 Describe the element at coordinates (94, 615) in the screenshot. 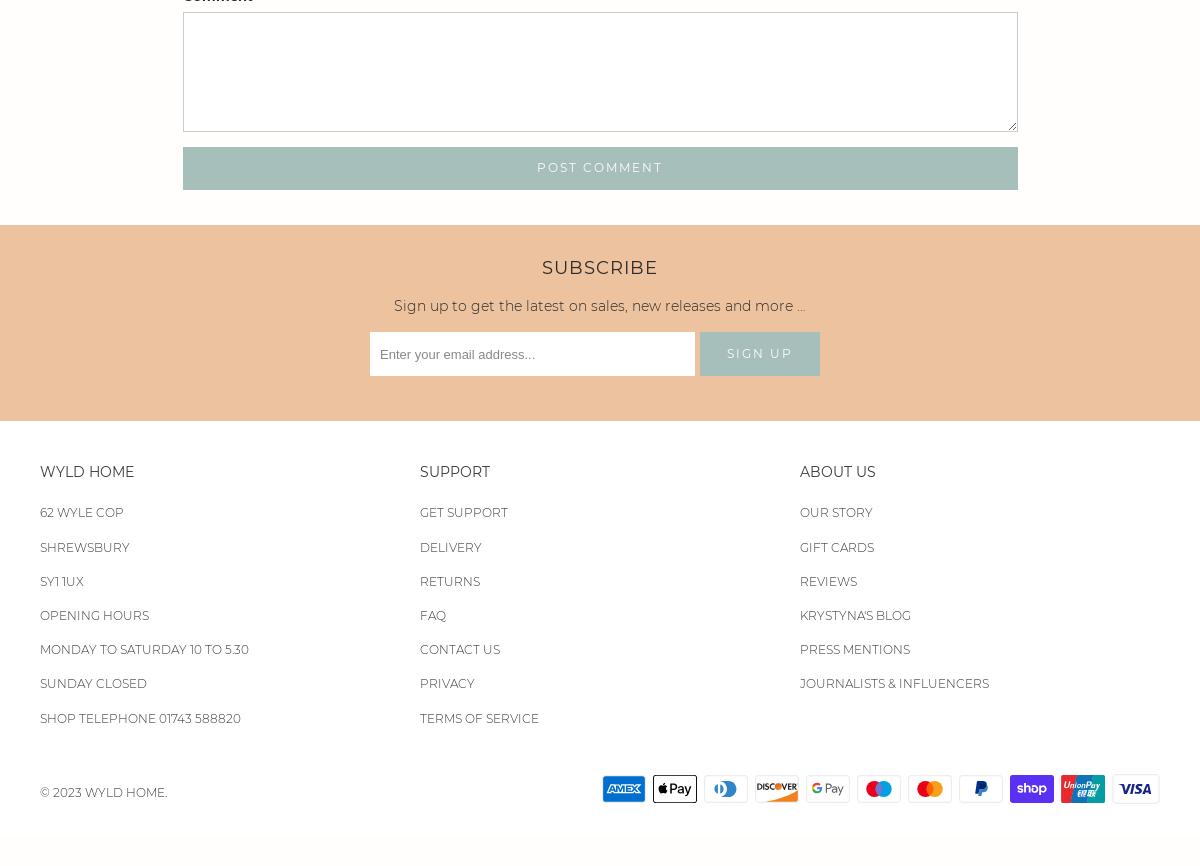

I see `'OPENING HOURS'` at that location.